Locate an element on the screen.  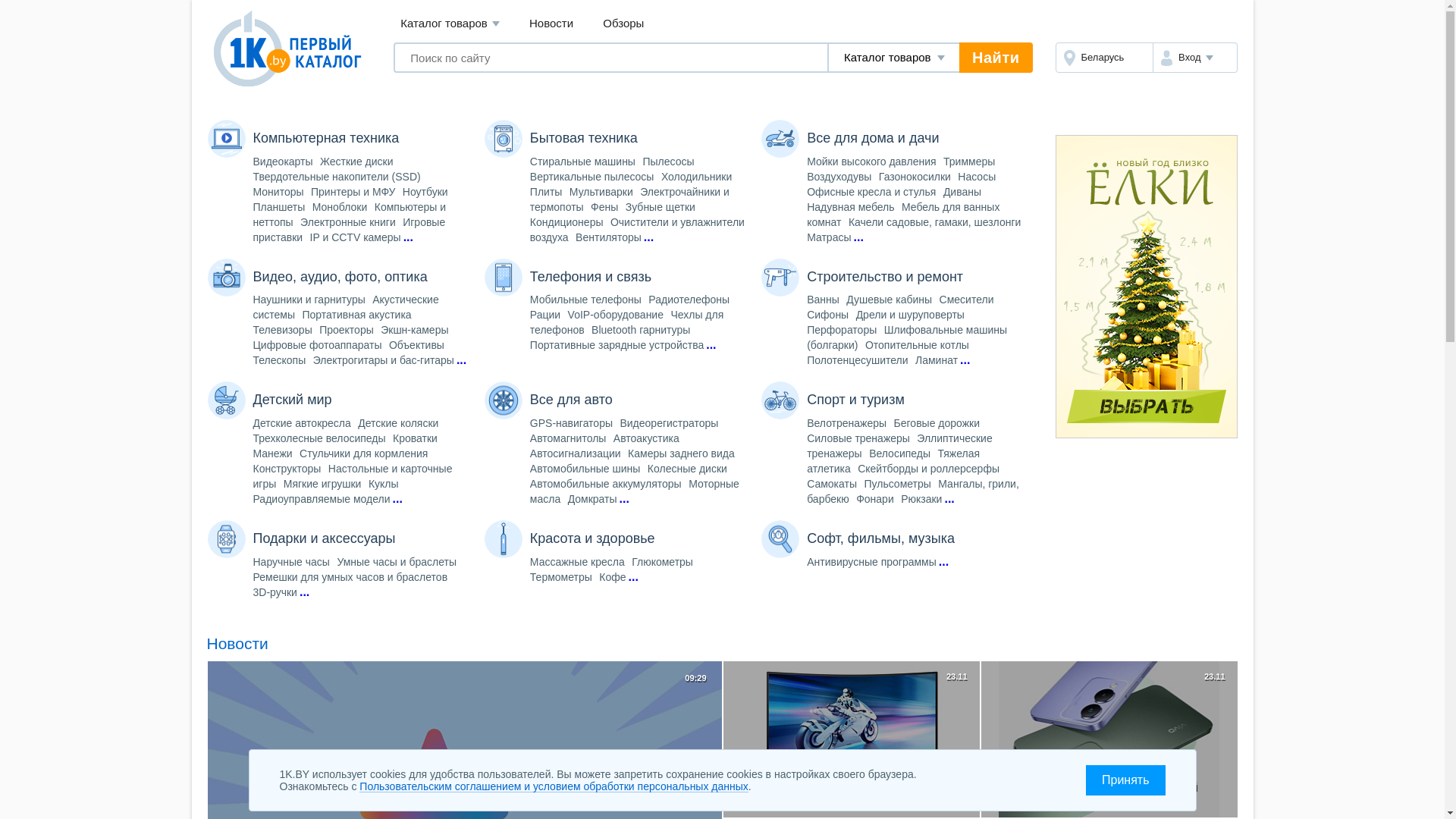
'...' is located at coordinates (624, 499).